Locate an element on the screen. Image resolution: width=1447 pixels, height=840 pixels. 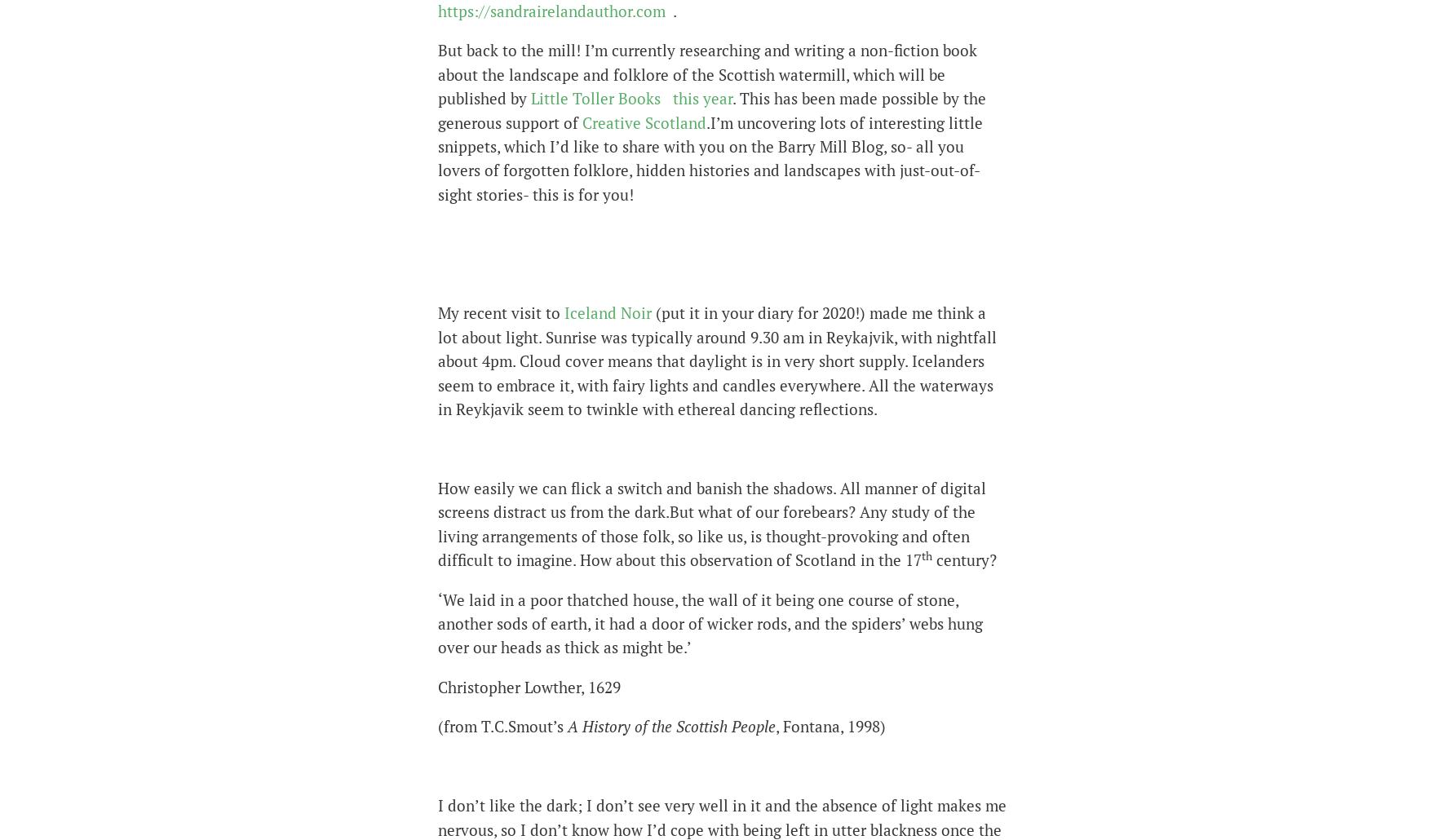
'https://sandrairelandauthor.com' is located at coordinates (551, 10).